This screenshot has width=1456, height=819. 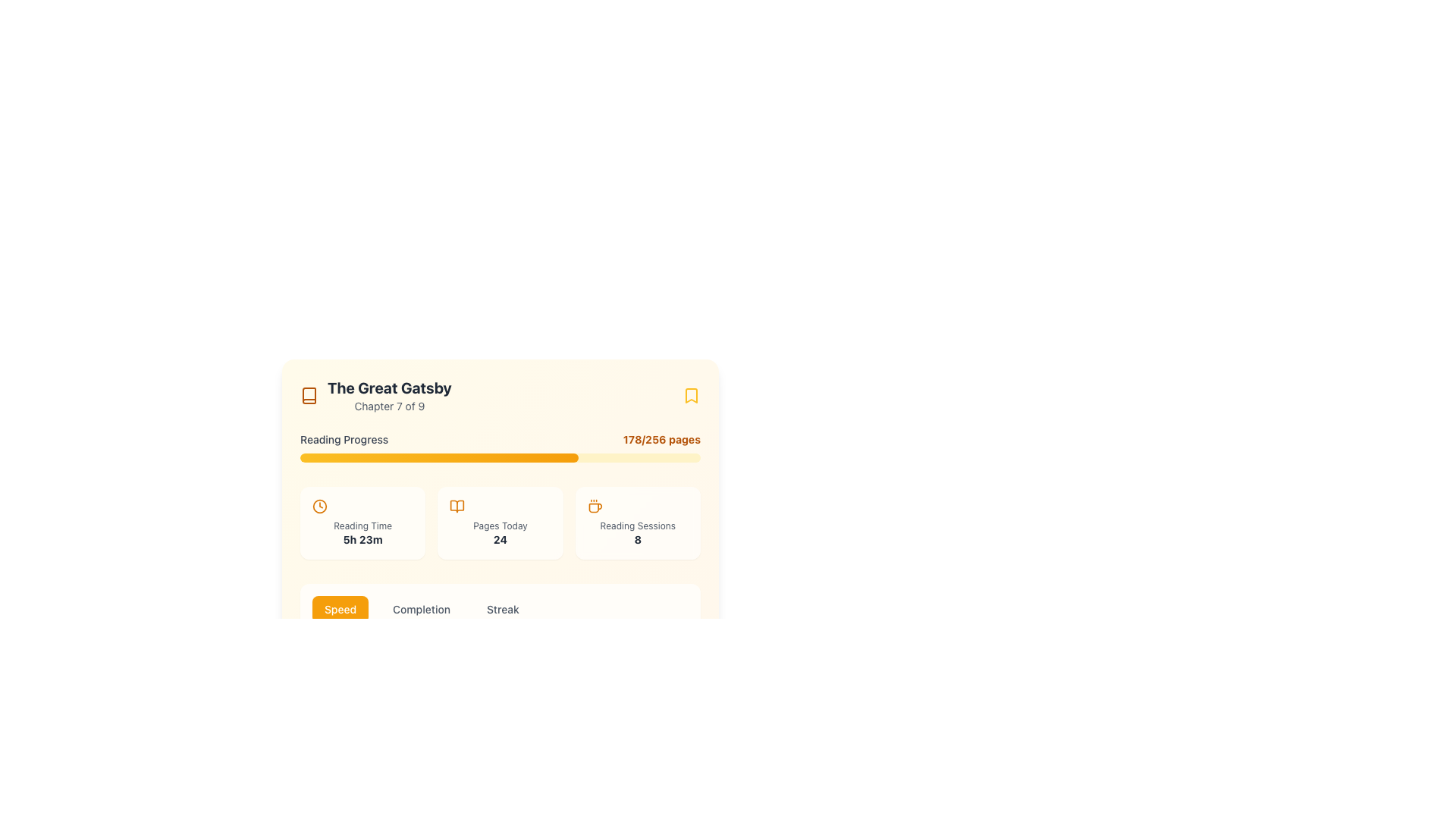 What do you see at coordinates (375, 394) in the screenshot?
I see `the composite element containing the book icon and text information representing the title 'The Great Gatsby' and subtitle 'Chapter 7 of 9' for accessibility purposes` at bounding box center [375, 394].